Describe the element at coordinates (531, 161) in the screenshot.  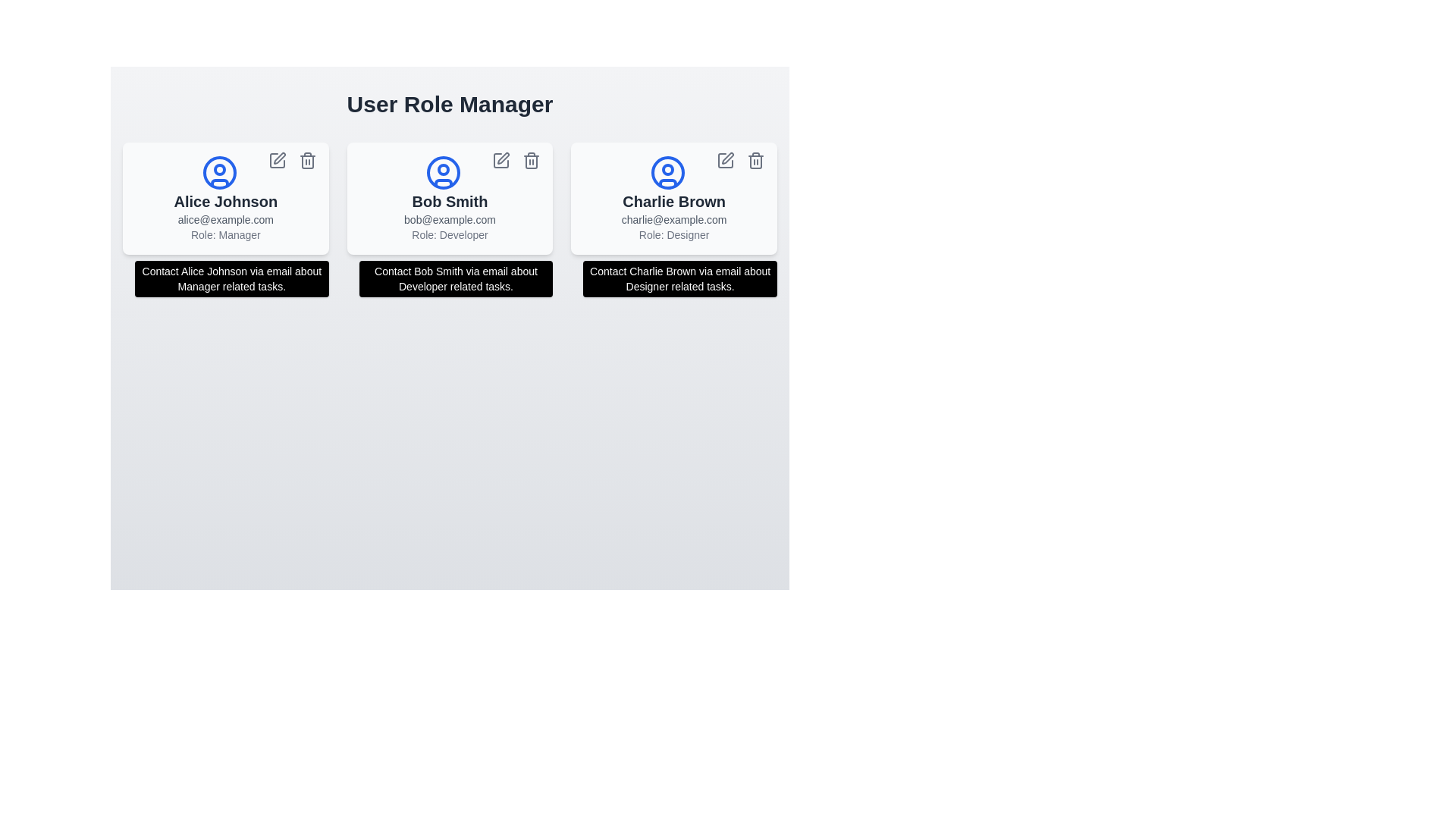
I see `the trash bin icon in the top-right corner of the card for 'Bob Smith' to initiate the delete action` at that location.